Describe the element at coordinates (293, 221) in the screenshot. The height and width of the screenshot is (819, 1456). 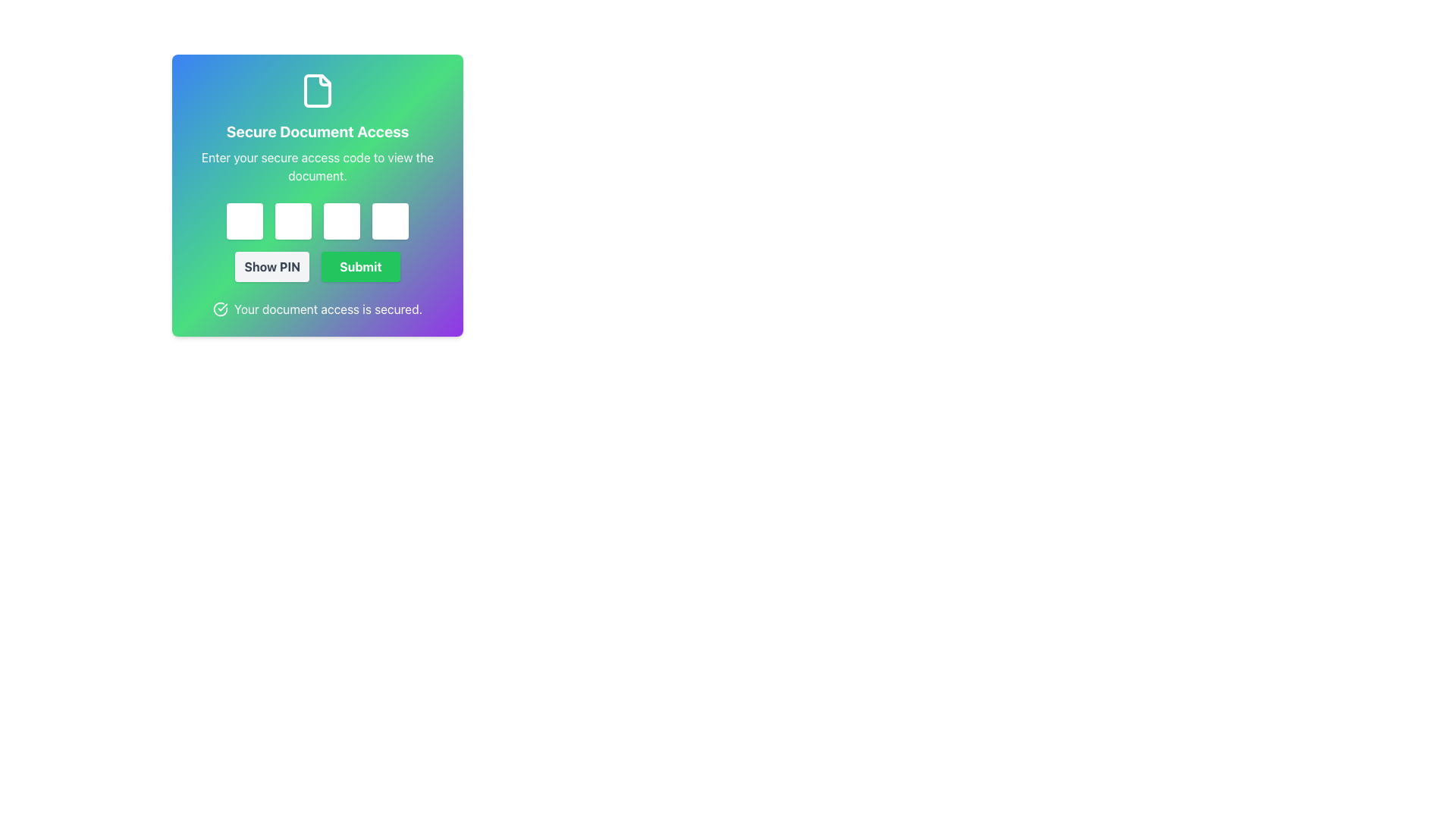
I see `the second password input field located in the top center of the card interface, which is part of a multi-field secure input mechanism` at that location.